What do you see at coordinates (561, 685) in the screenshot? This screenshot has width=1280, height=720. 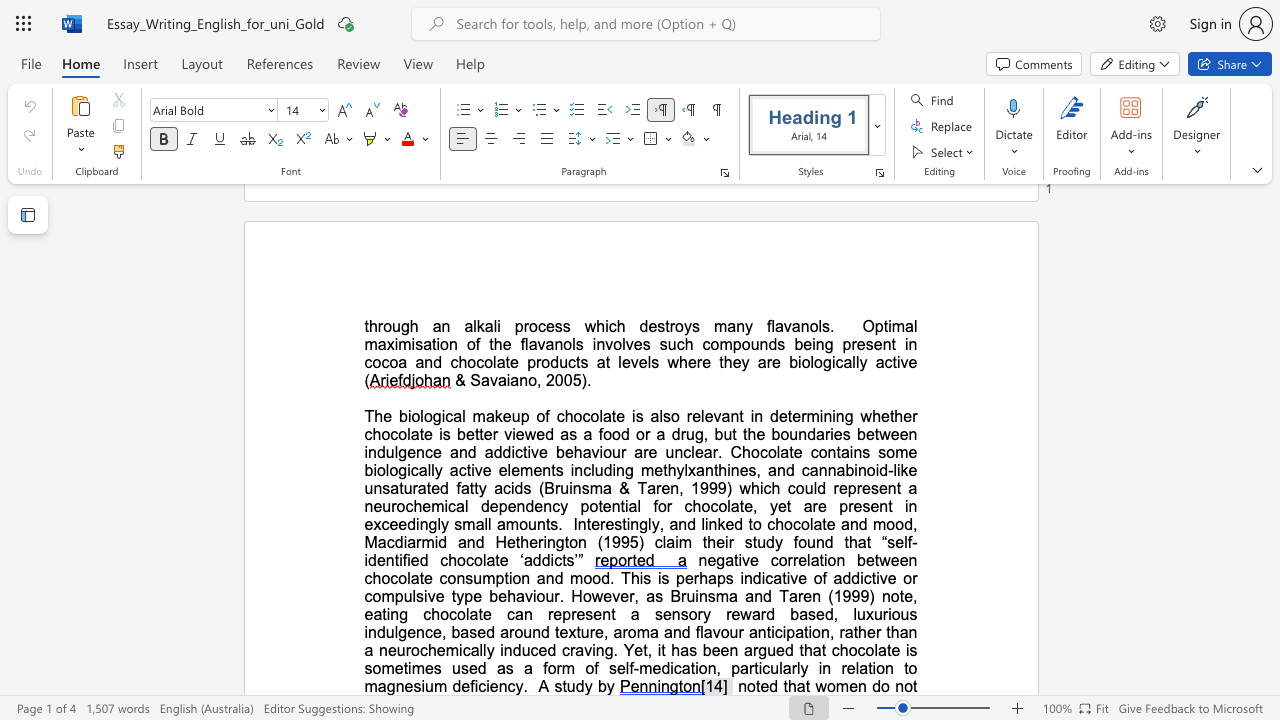 I see `the subset text "tud" within the text "A study by"` at bounding box center [561, 685].